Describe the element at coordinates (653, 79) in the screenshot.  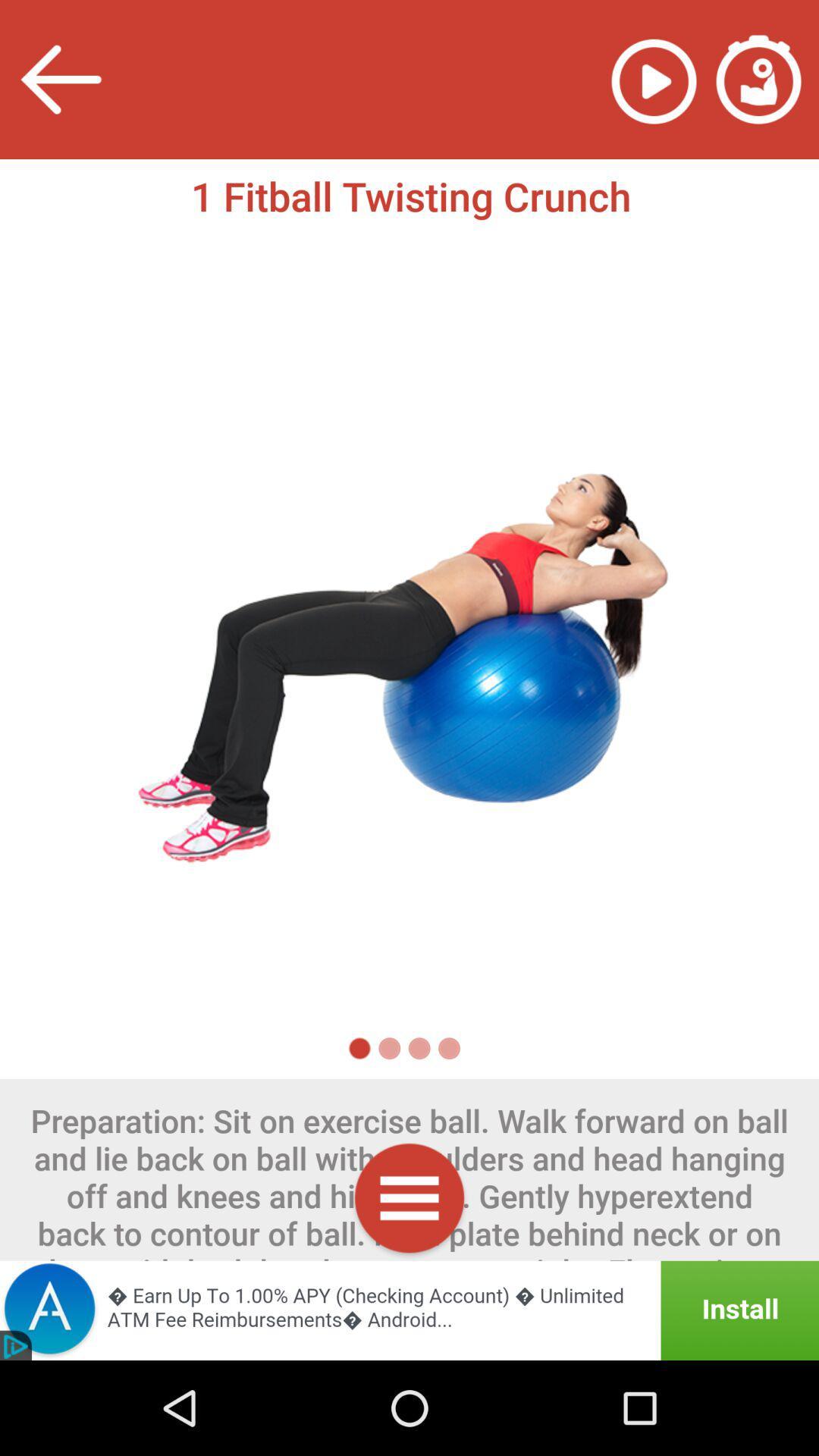
I see `video` at that location.